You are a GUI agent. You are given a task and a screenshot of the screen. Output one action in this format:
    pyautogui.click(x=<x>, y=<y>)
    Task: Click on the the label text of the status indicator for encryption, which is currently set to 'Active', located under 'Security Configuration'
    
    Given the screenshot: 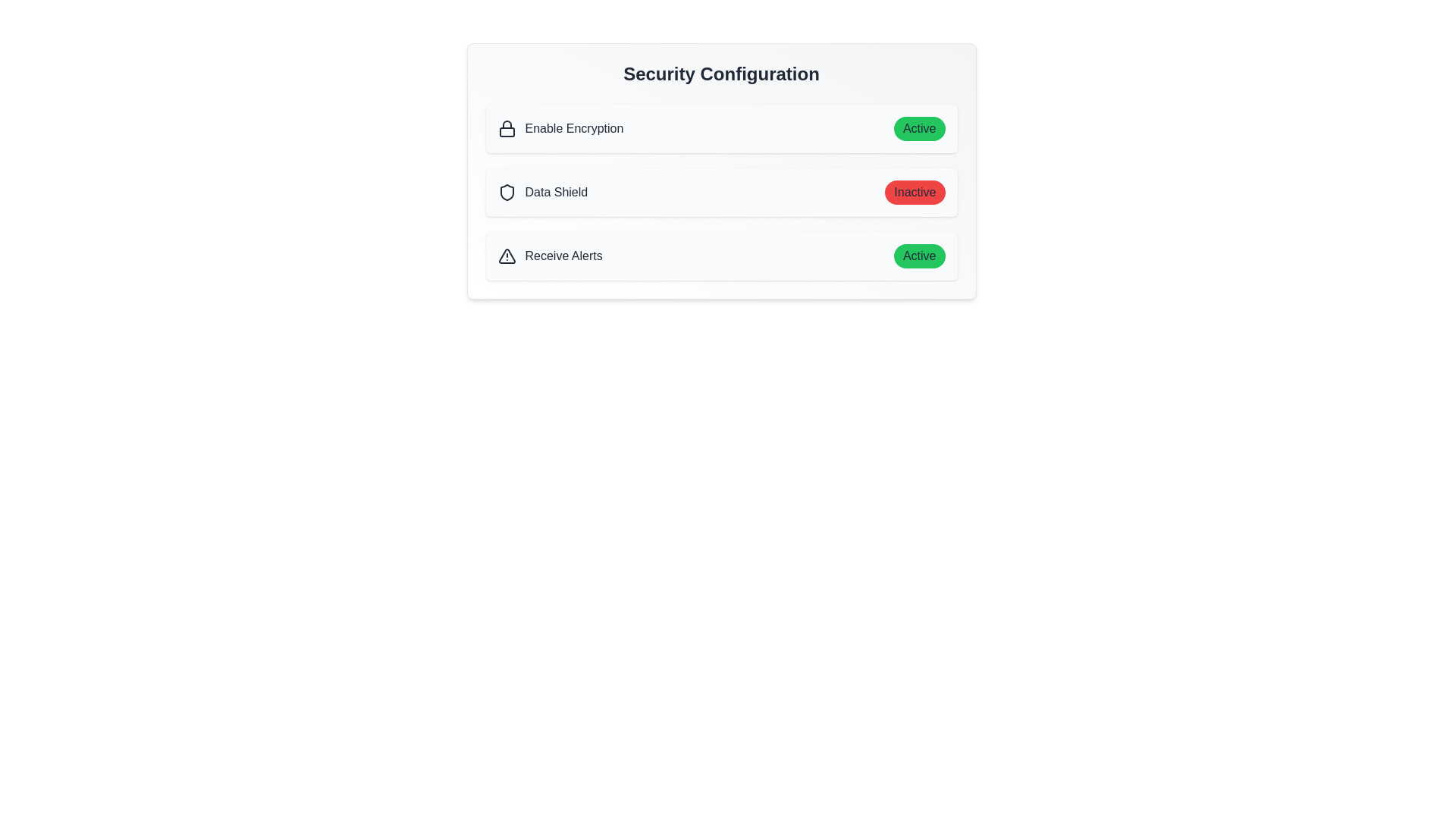 What is the action you would take?
    pyautogui.click(x=720, y=127)
    